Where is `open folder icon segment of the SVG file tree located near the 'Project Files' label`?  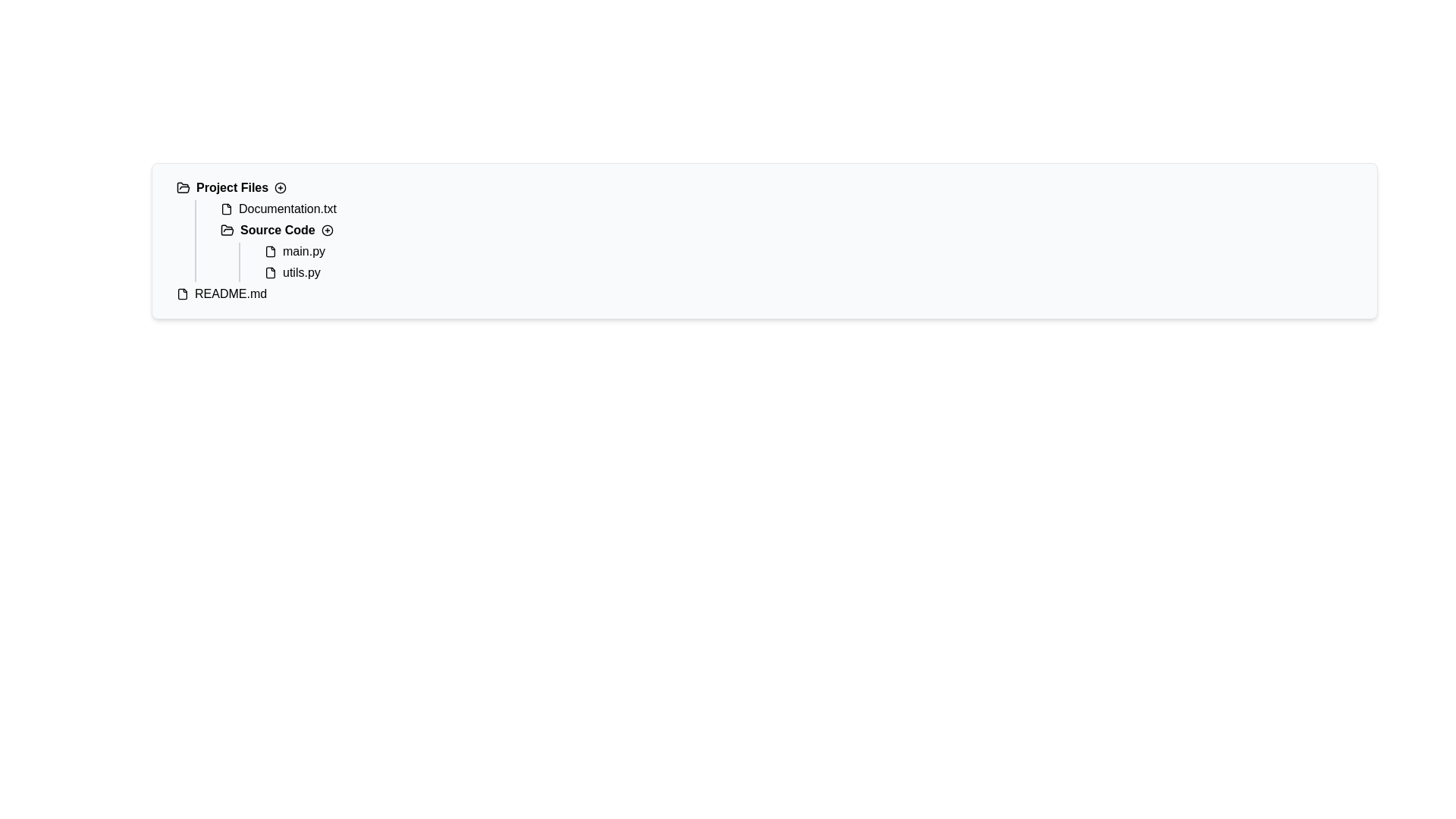
open folder icon segment of the SVG file tree located near the 'Project Files' label is located at coordinates (182, 187).